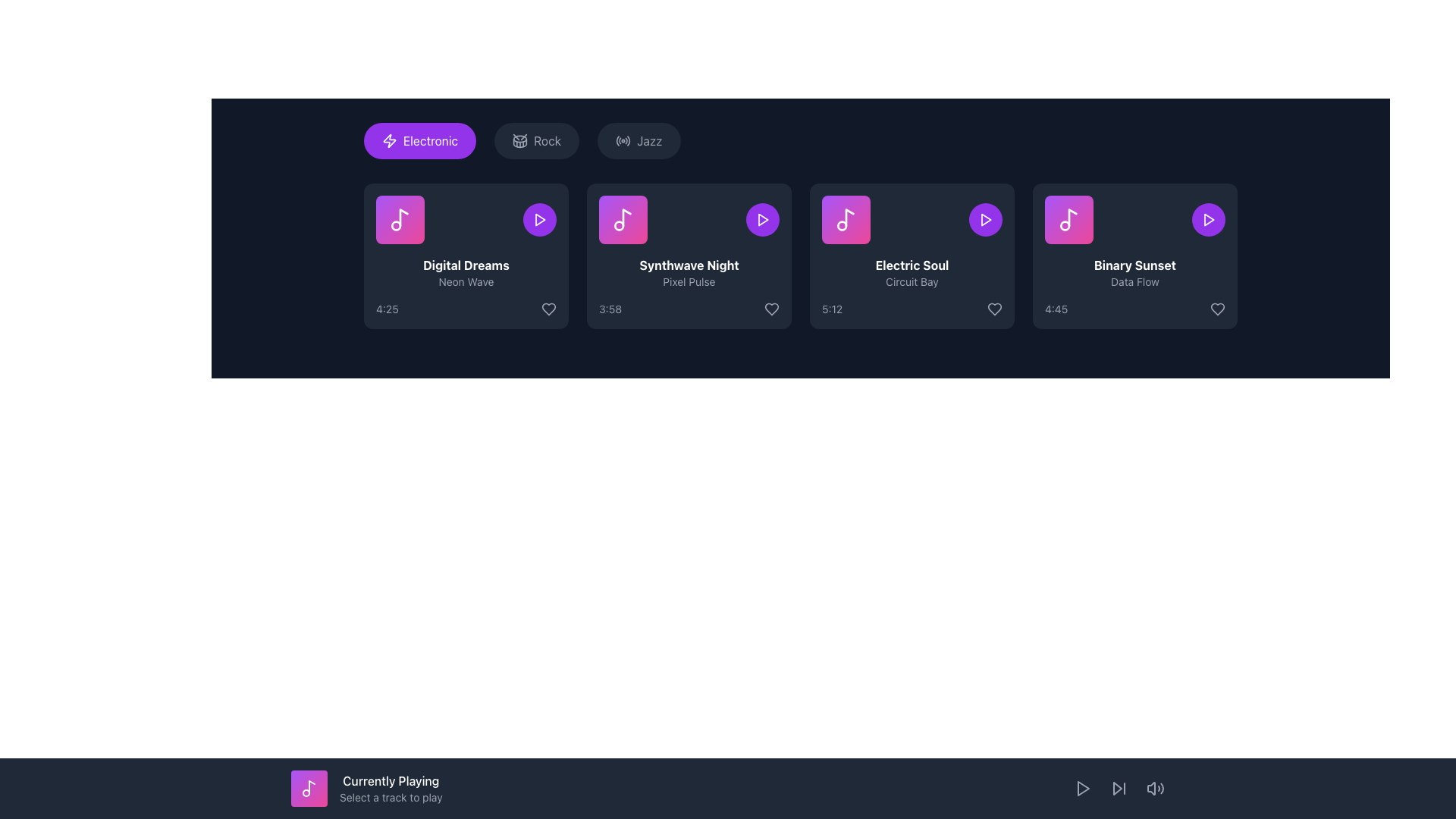 The image size is (1456, 819). Describe the element at coordinates (688, 281) in the screenshot. I see `the text label 'Pixel Pulse' which is displayed in a smaller light gray font below the title 'Synthwave Night' in a card-like interface` at that location.